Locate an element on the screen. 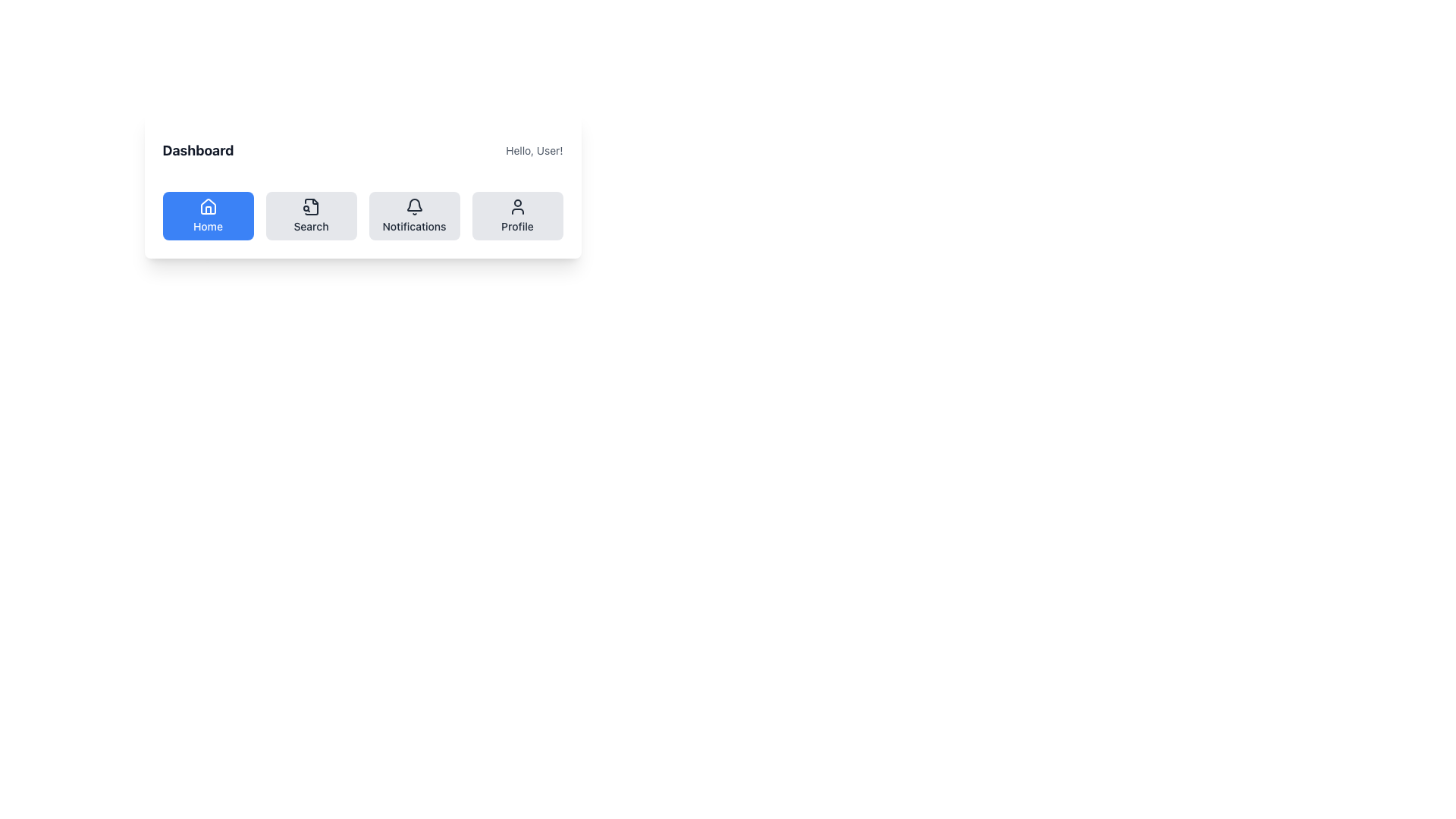 The image size is (1456, 819). the Text Label that greets the user, displayed to the far right of the navigation bar, next to 'Dashboard' is located at coordinates (534, 151).